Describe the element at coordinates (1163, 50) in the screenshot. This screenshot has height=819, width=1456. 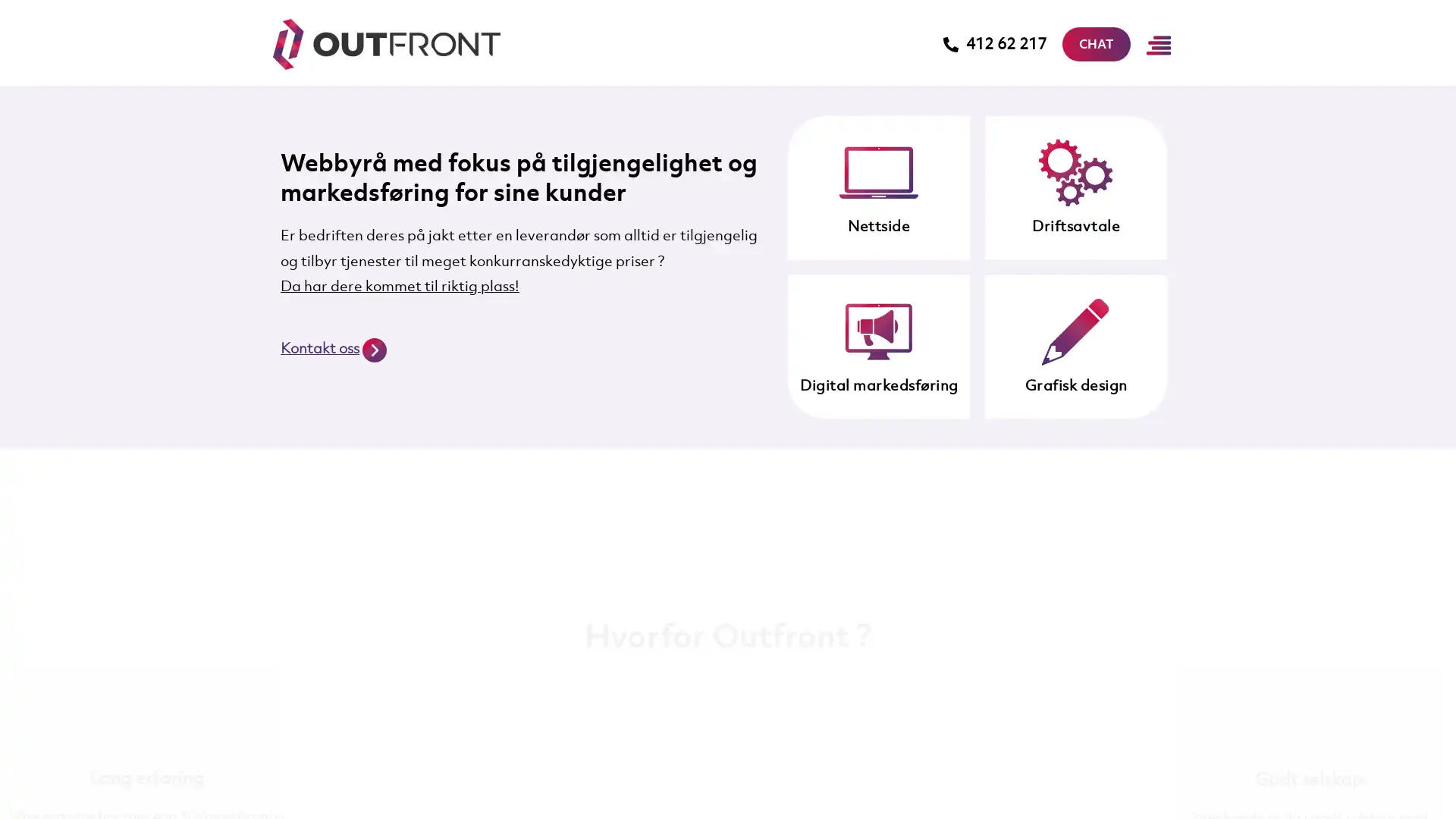
I see `Main Menu` at that location.